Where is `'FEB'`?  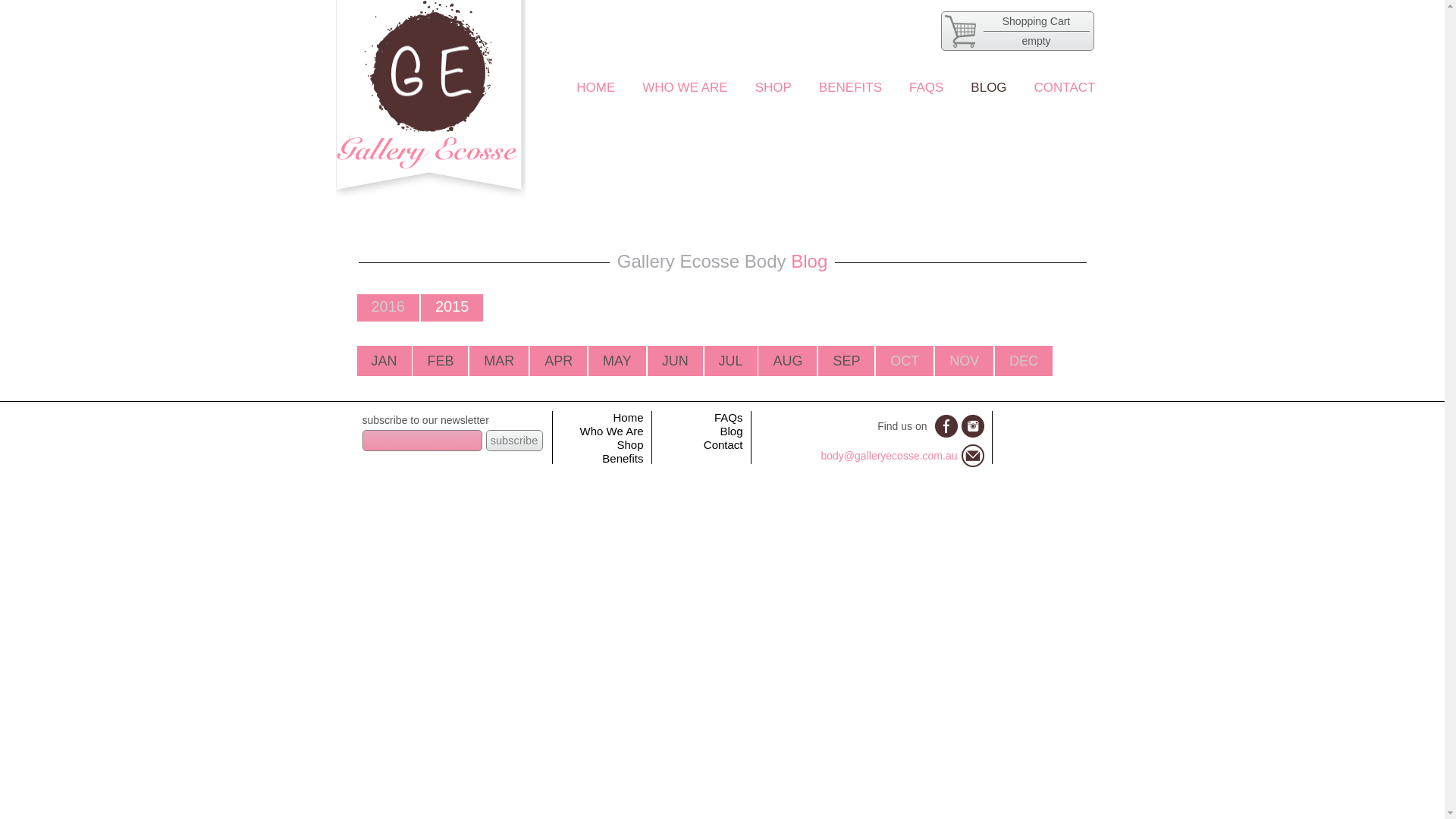
'FEB' is located at coordinates (439, 360).